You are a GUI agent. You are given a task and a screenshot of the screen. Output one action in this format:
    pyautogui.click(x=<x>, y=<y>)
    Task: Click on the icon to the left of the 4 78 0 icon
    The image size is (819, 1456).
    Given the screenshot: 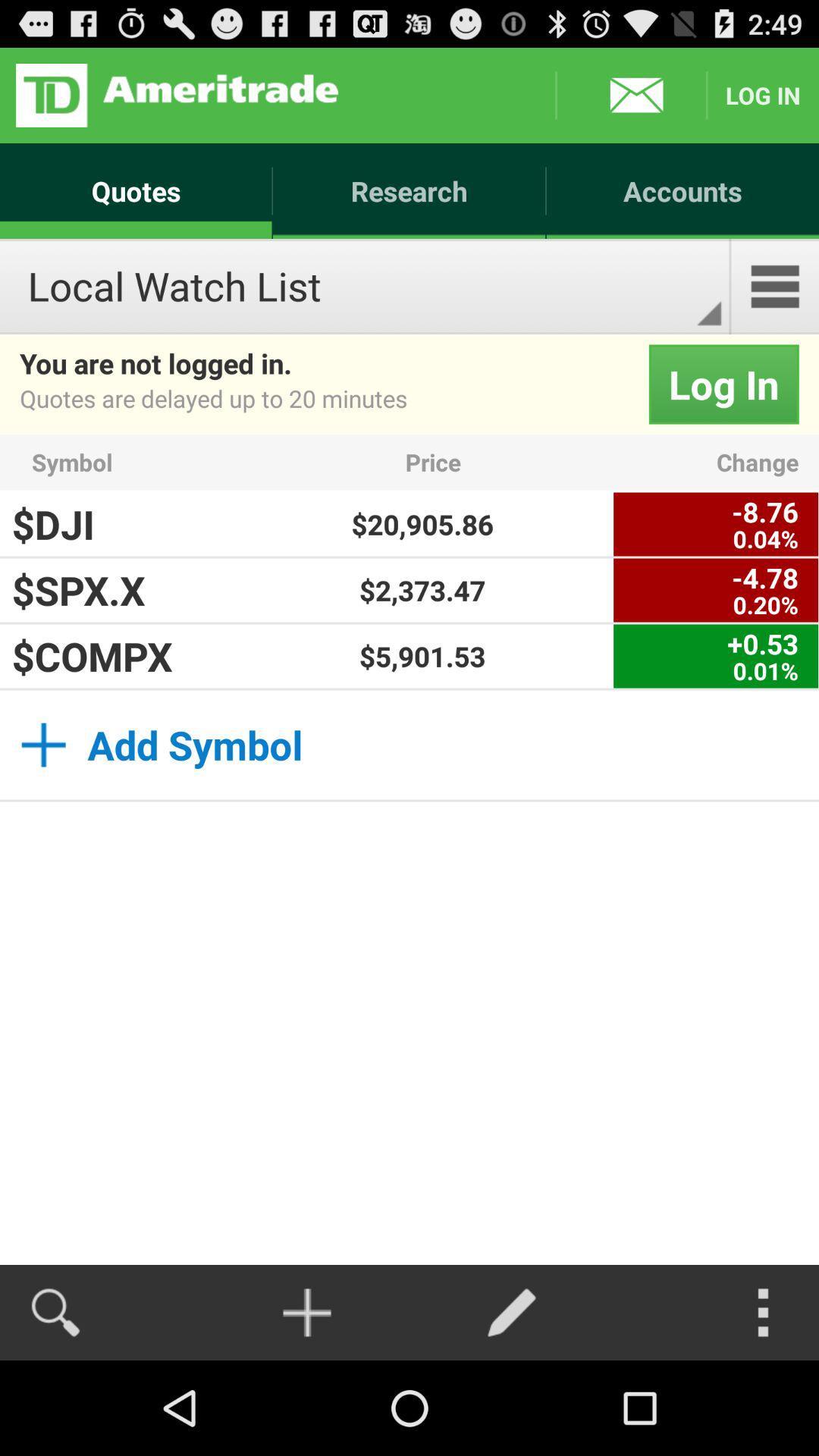 What is the action you would take?
    pyautogui.click(x=422, y=589)
    